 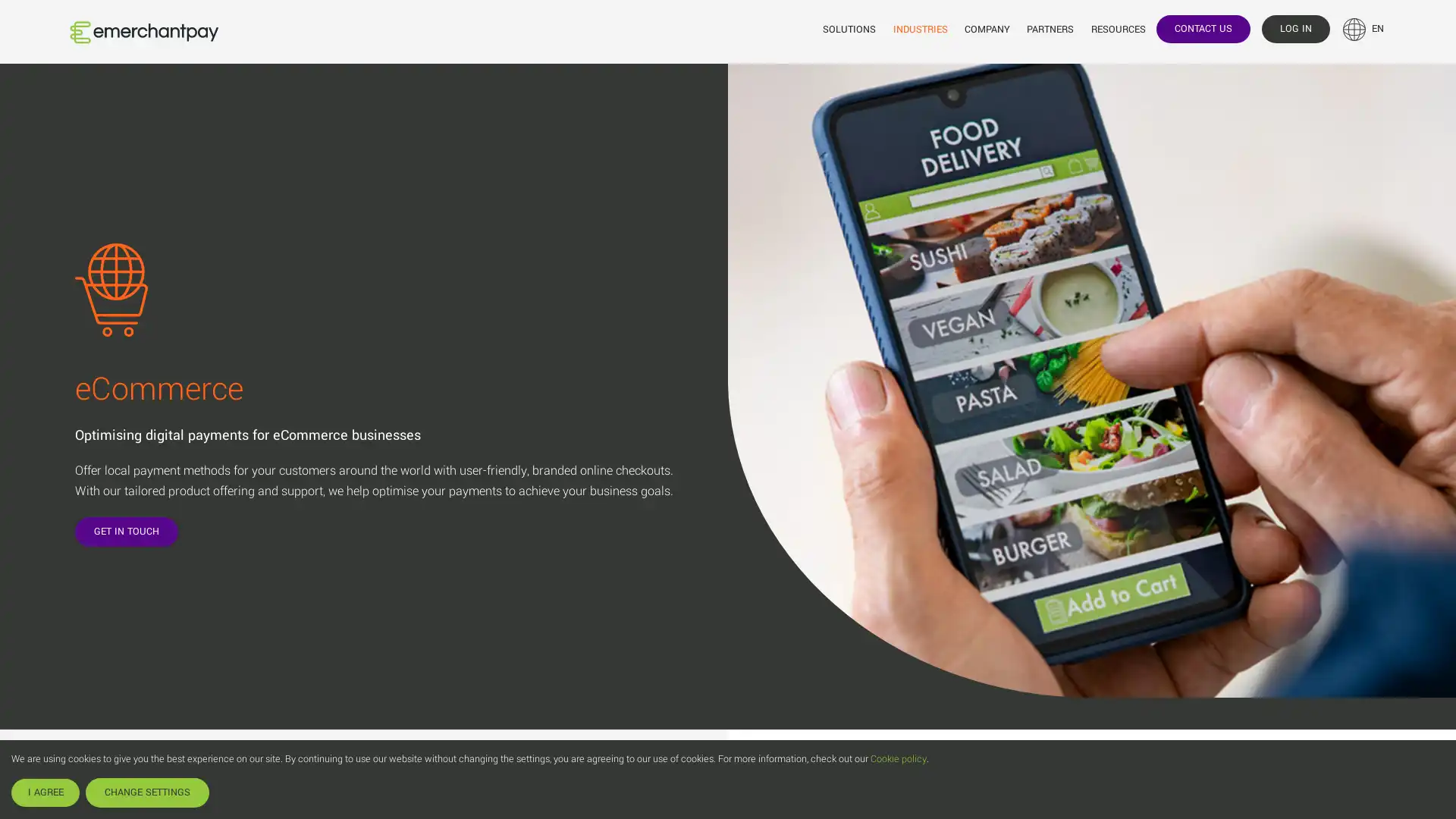 What do you see at coordinates (1294, 28) in the screenshot?
I see `LOG IN` at bounding box center [1294, 28].